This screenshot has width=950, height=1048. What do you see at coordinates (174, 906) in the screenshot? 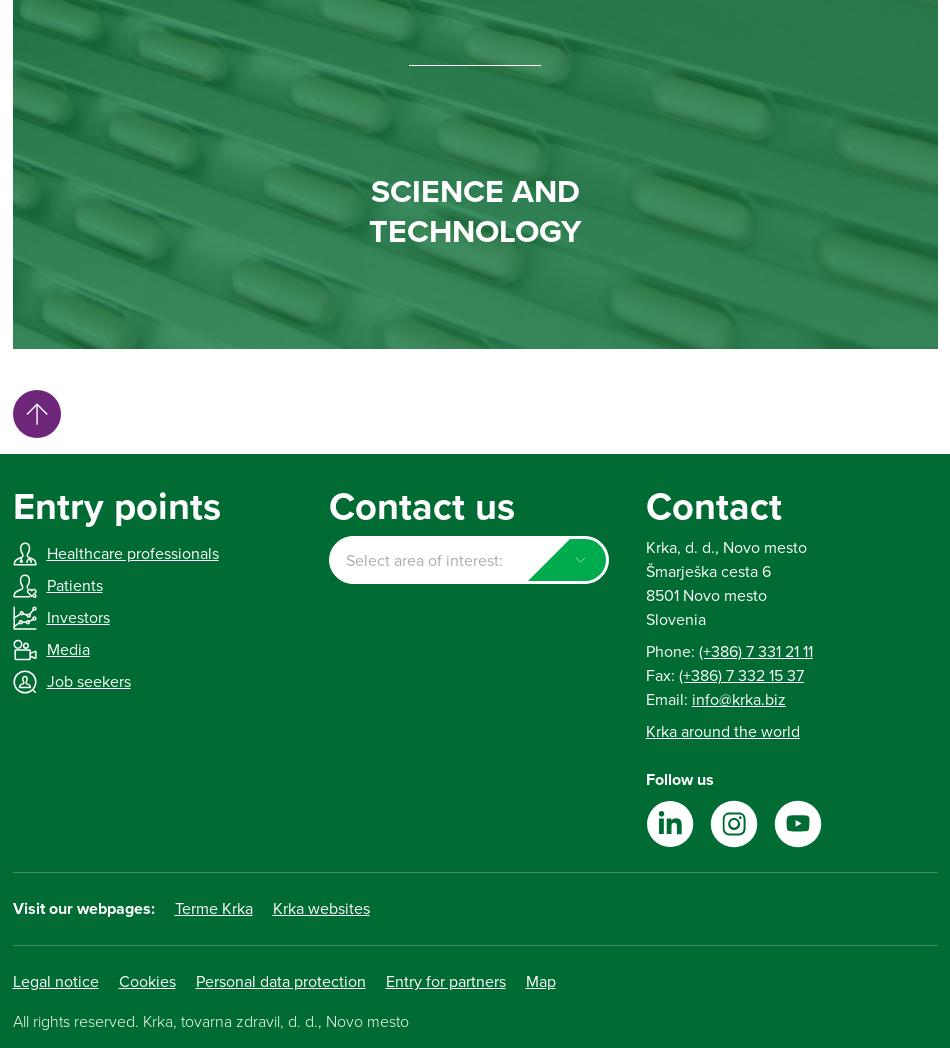
I see `'Terme Krka'` at bounding box center [174, 906].